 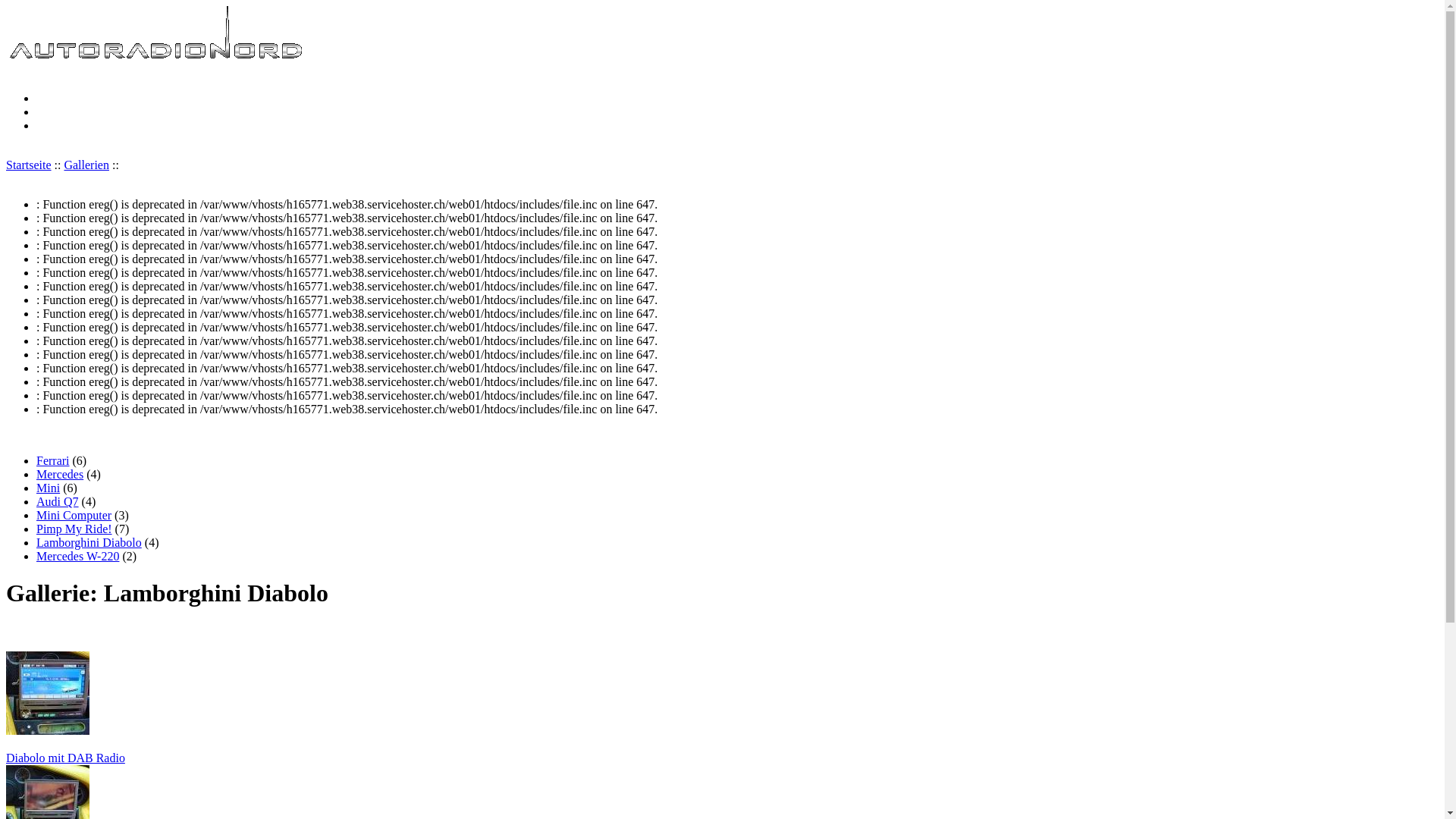 I want to click on 'Startseite', so click(x=29, y=165).